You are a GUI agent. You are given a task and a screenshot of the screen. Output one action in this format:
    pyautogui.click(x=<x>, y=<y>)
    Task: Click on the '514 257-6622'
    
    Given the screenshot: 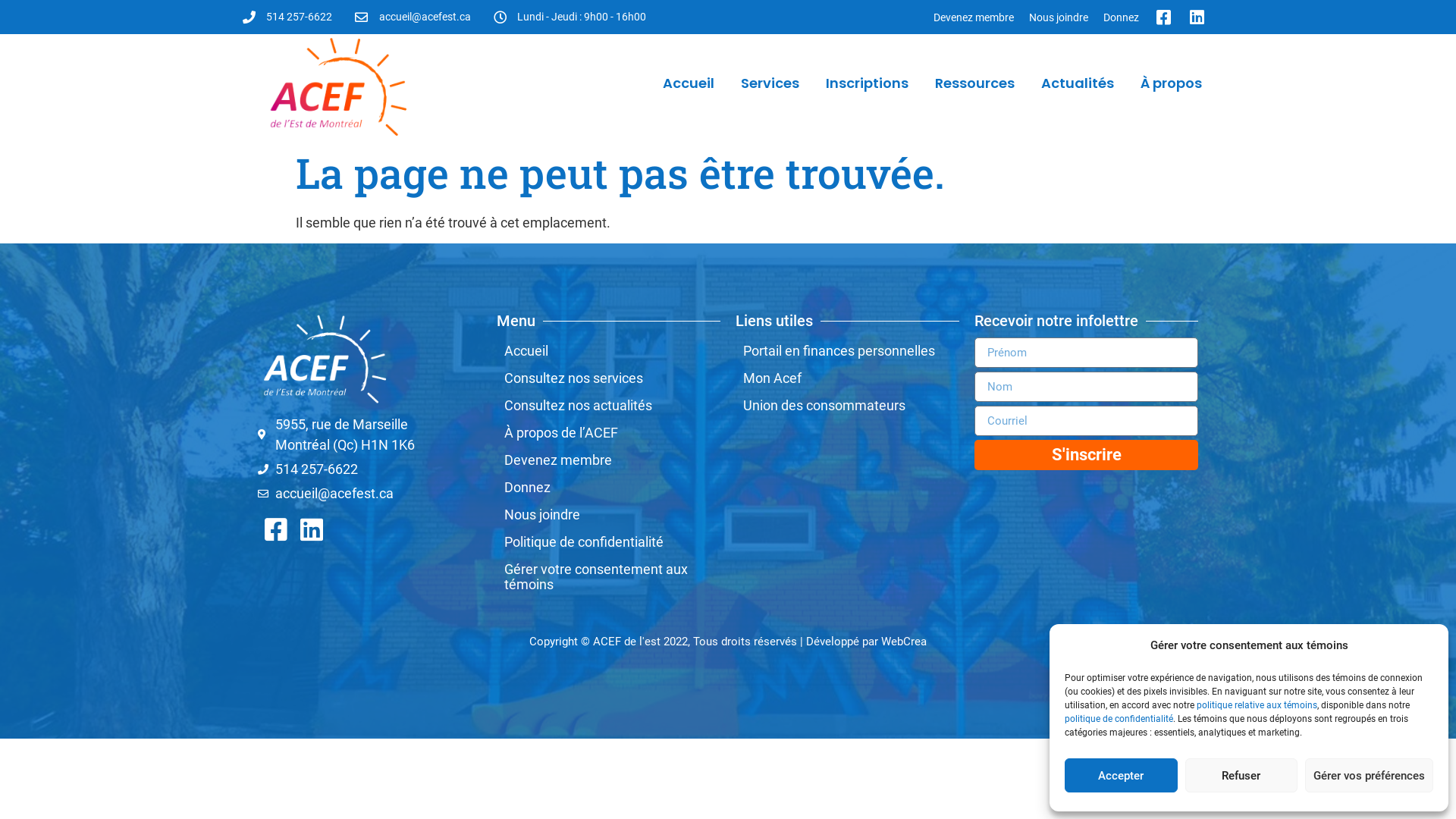 What is the action you would take?
    pyautogui.click(x=369, y=468)
    